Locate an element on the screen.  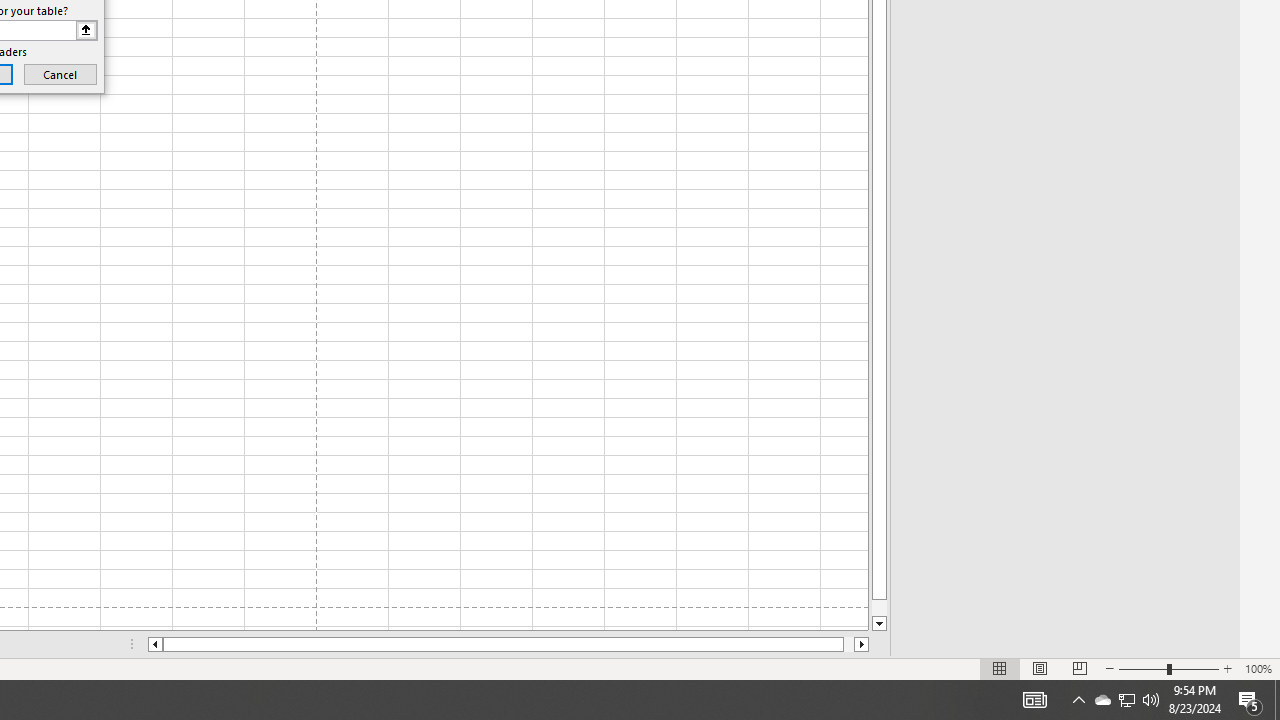
'Zoom Out' is located at coordinates (1143, 669).